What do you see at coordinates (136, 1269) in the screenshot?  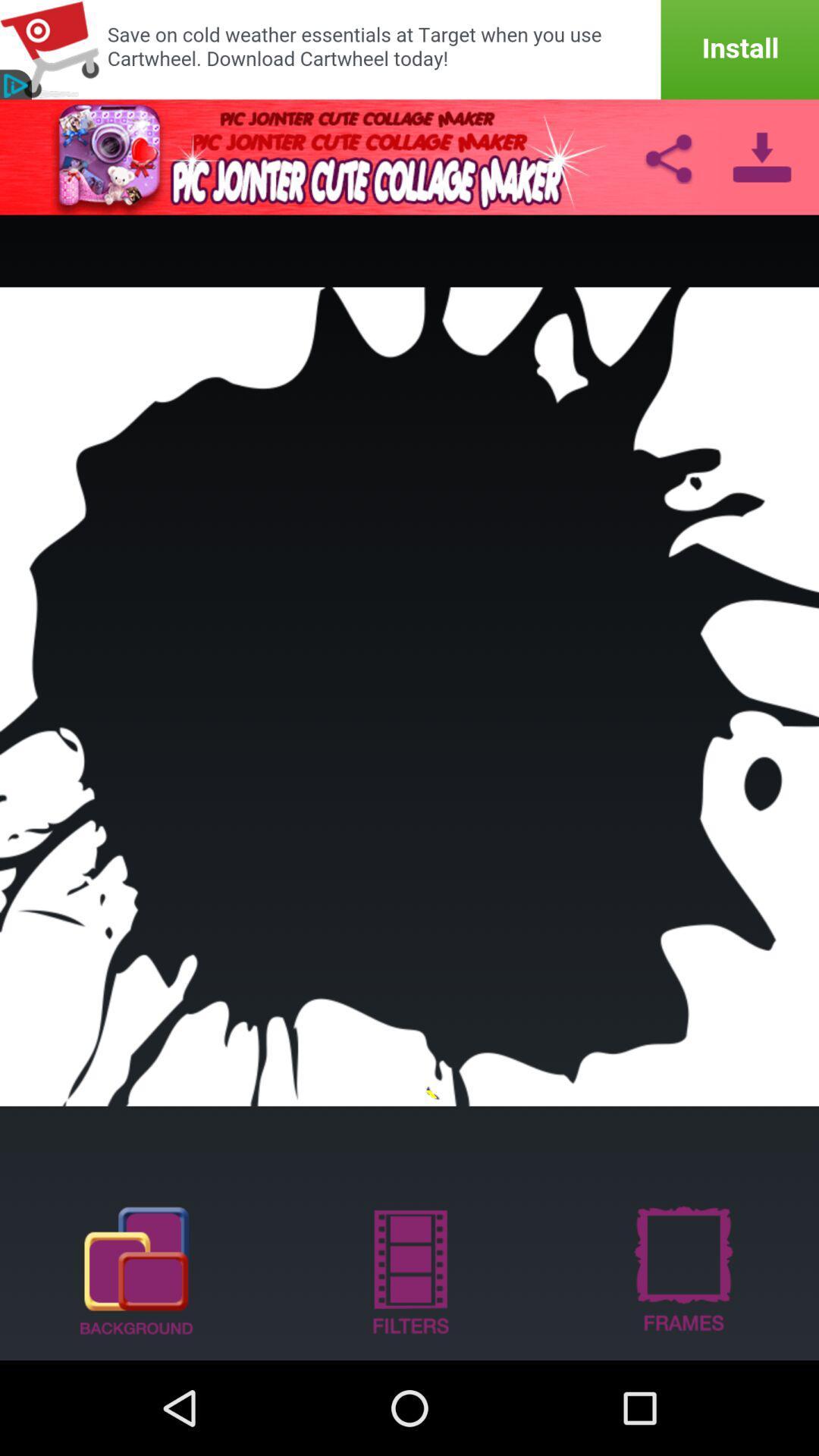 I see `show background options` at bounding box center [136, 1269].